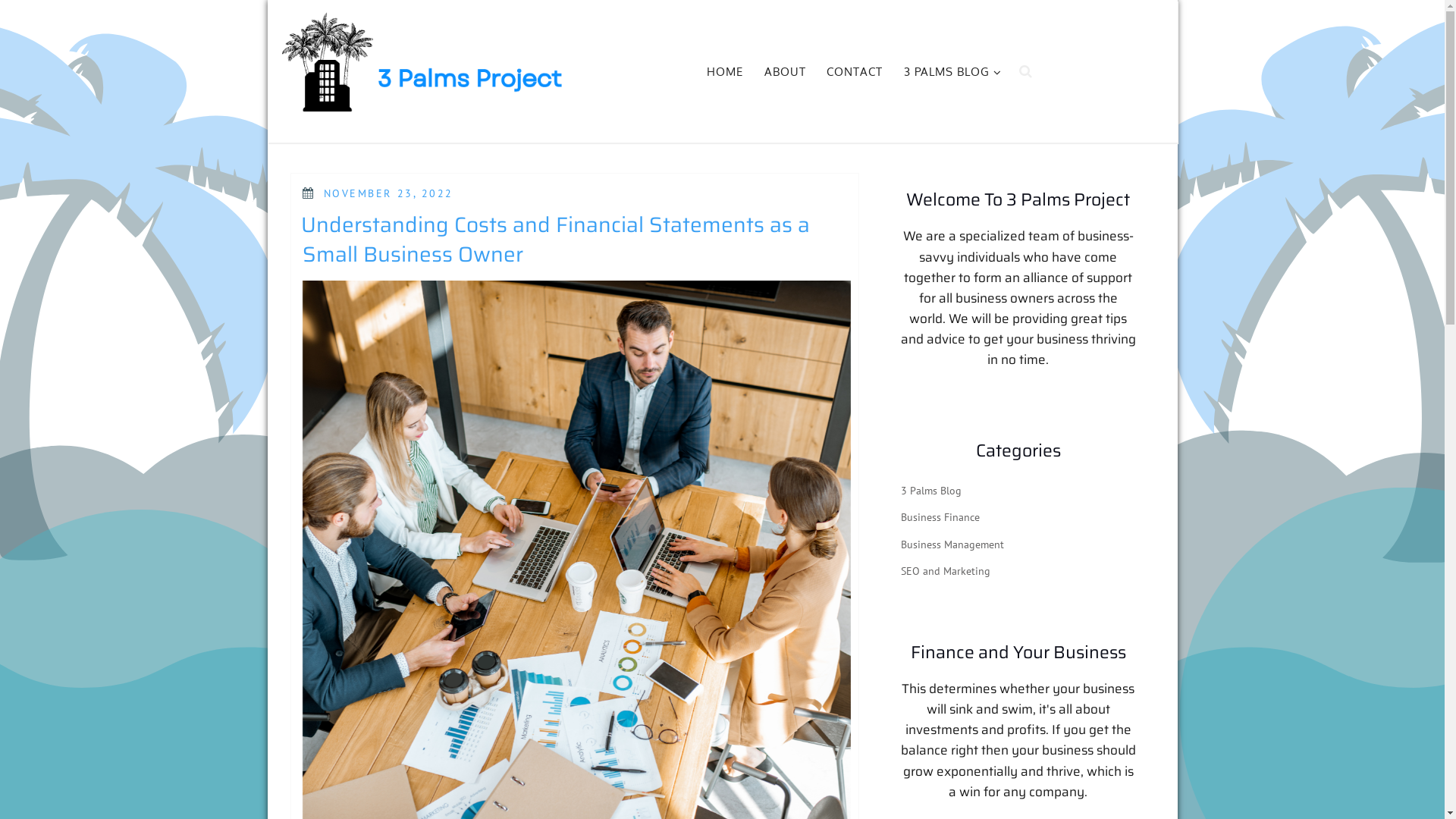 This screenshot has width=1456, height=819. Describe the element at coordinates (952, 543) in the screenshot. I see `'Business Management'` at that location.